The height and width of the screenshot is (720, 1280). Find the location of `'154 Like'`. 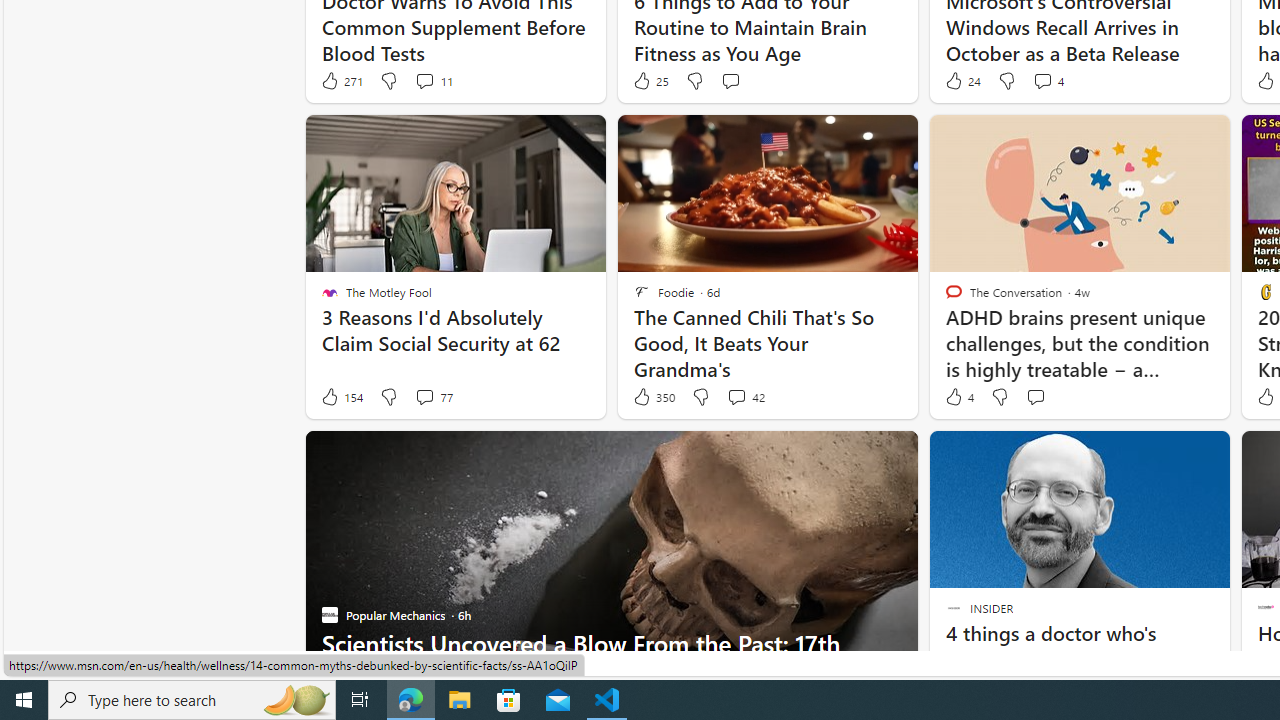

'154 Like' is located at coordinates (341, 397).